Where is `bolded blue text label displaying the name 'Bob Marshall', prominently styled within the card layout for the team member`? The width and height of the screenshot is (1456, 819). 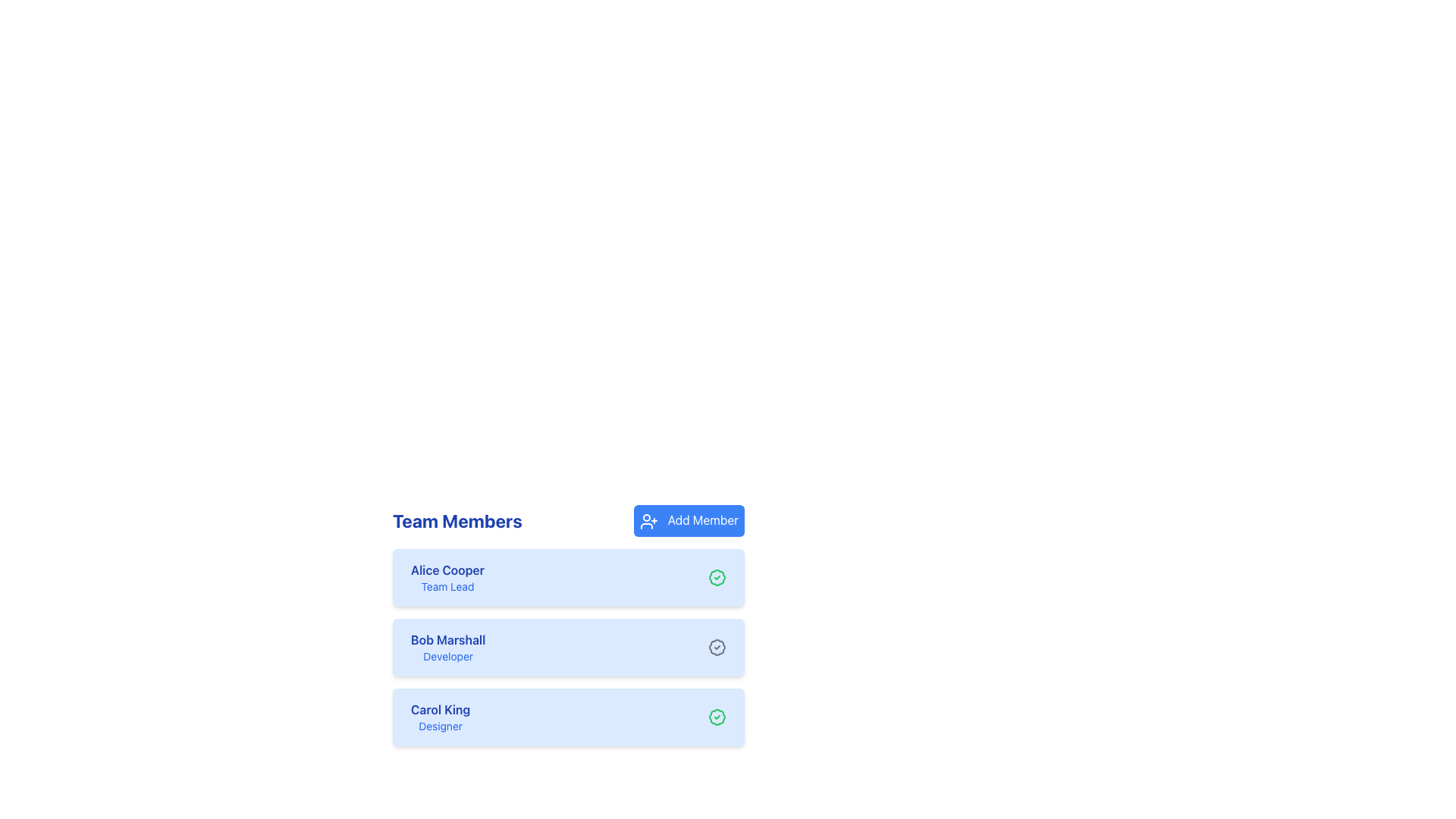
bolded blue text label displaying the name 'Bob Marshall', prominently styled within the card layout for the team member is located at coordinates (447, 639).